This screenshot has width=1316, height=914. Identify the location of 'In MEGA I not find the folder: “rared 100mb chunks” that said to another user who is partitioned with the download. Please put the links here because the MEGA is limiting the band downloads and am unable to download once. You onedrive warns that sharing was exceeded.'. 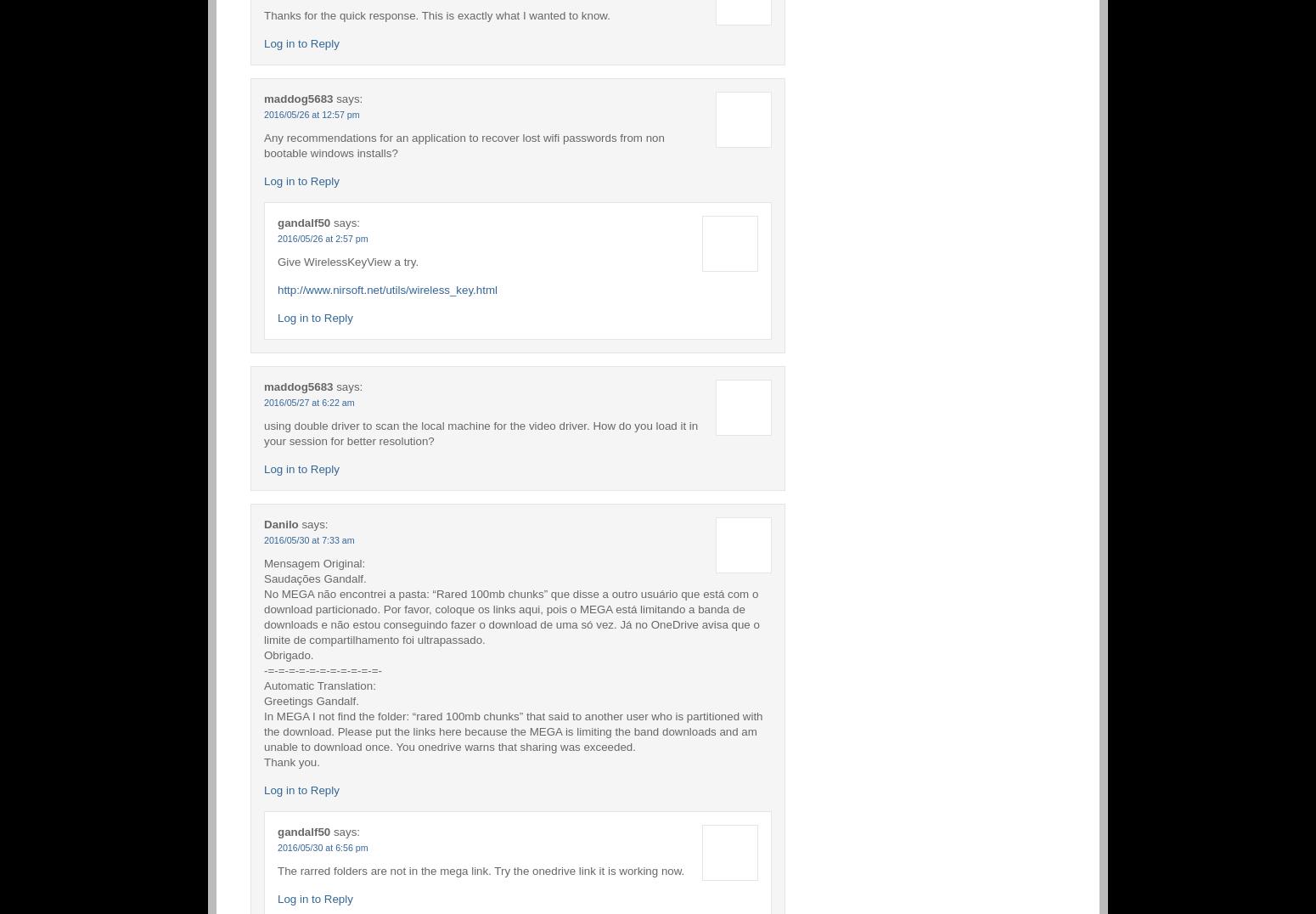
(513, 731).